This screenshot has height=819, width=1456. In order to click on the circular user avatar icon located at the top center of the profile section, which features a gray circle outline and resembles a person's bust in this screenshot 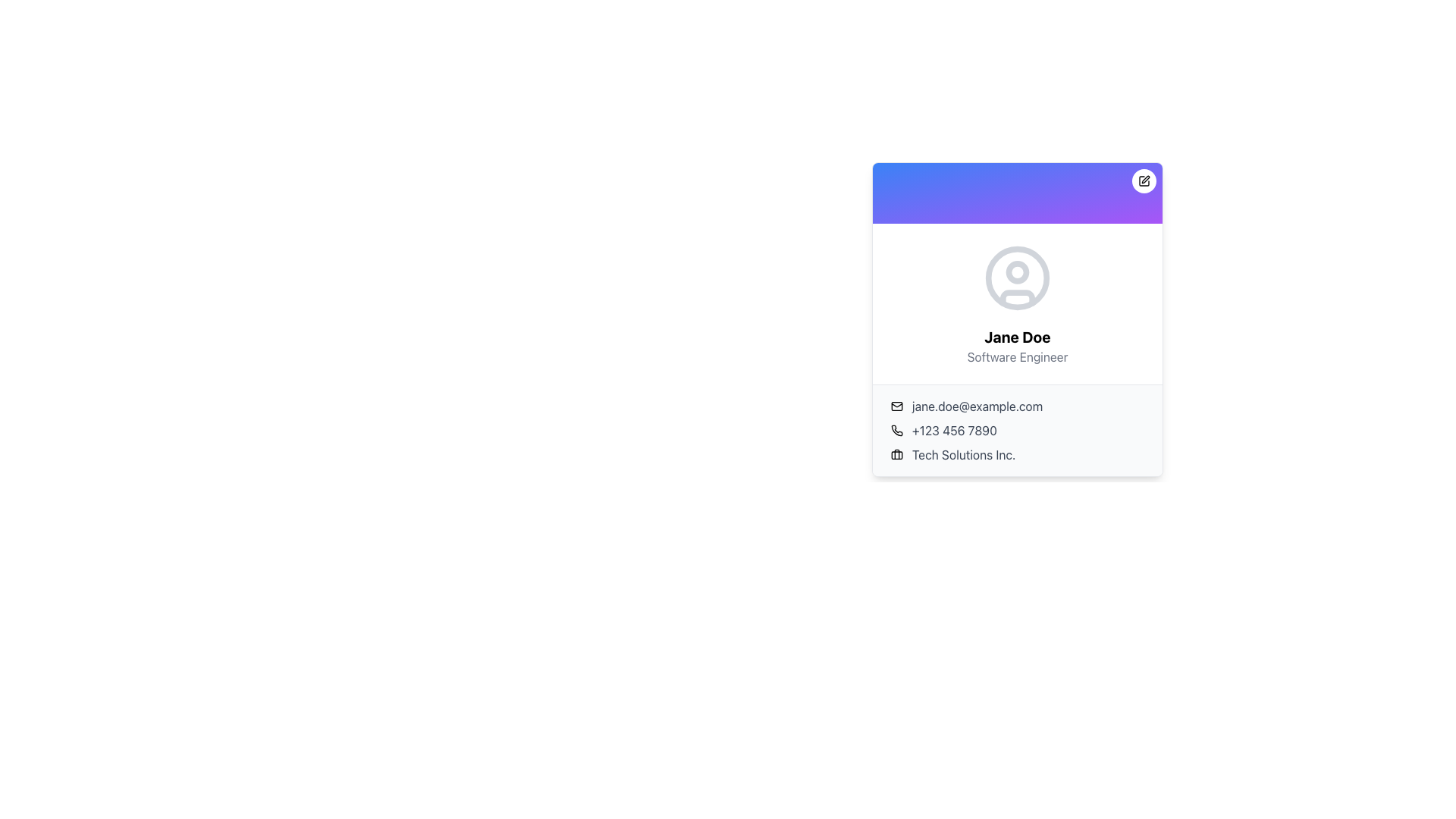, I will do `click(1018, 278)`.